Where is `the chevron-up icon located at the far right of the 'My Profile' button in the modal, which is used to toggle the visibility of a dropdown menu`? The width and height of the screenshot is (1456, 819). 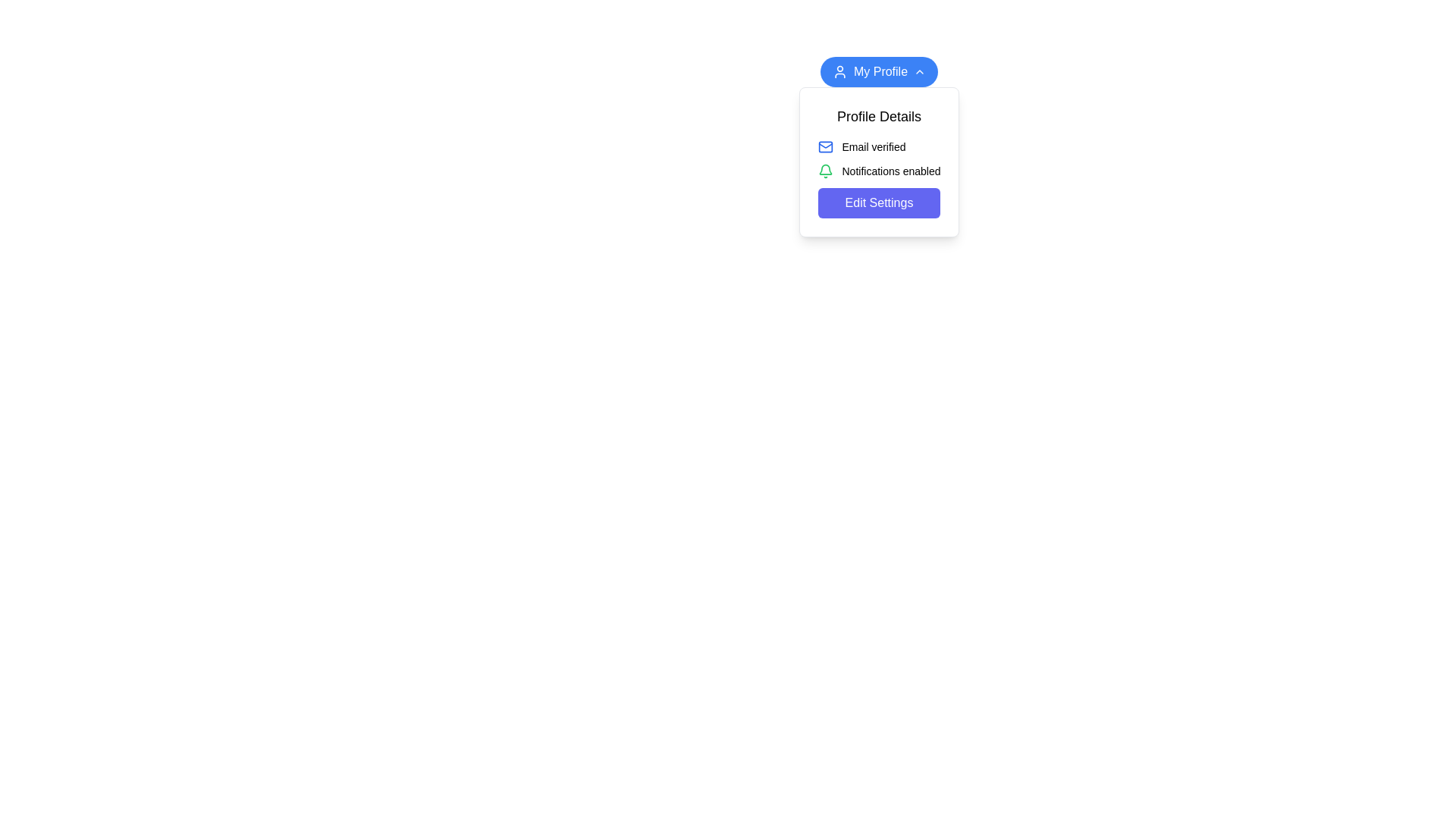 the chevron-up icon located at the far right of the 'My Profile' button in the modal, which is used to toggle the visibility of a dropdown menu is located at coordinates (919, 72).